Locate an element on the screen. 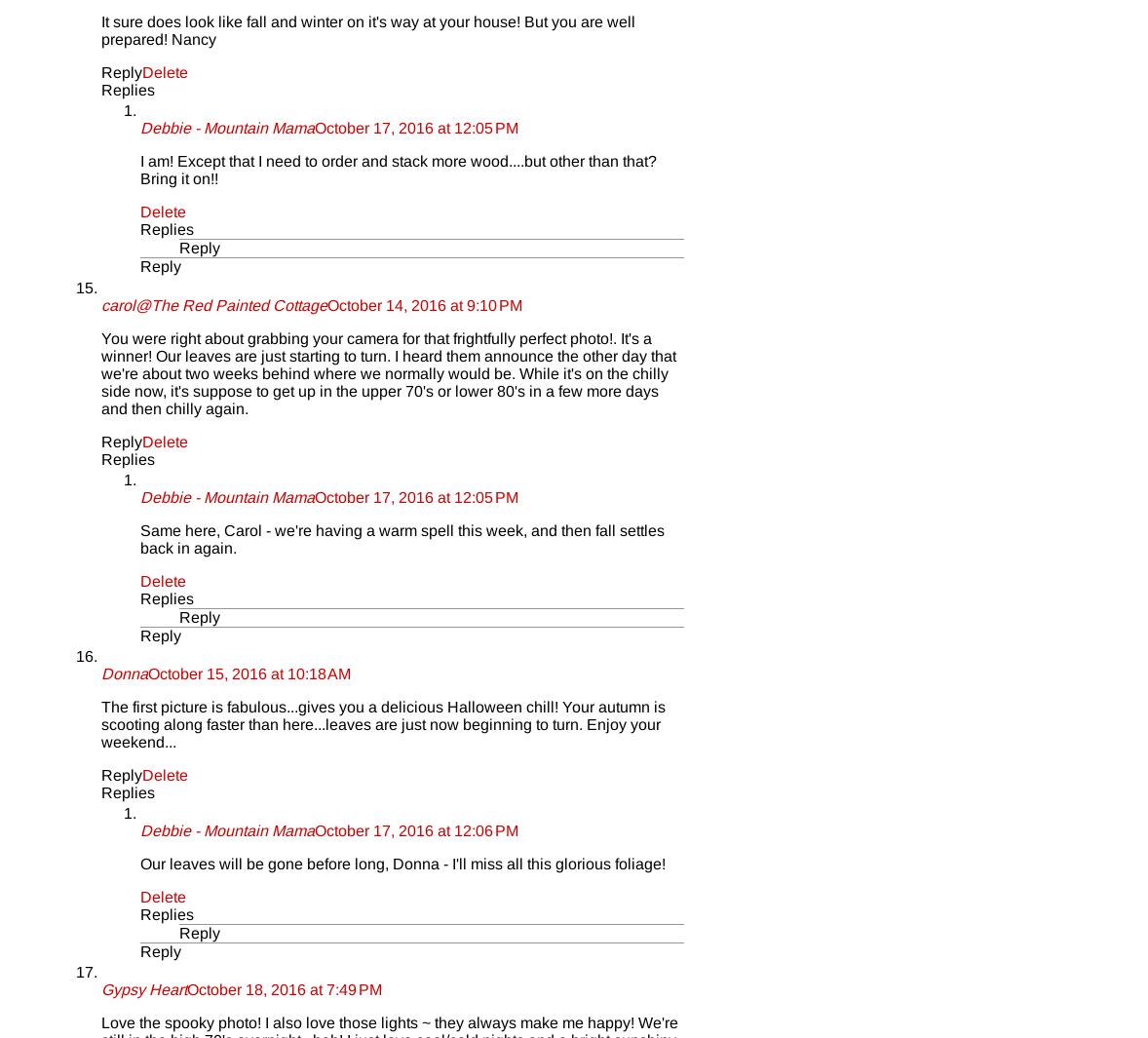 This screenshot has height=1038, width=1148. 'Gypsy Heart' is located at coordinates (142, 989).